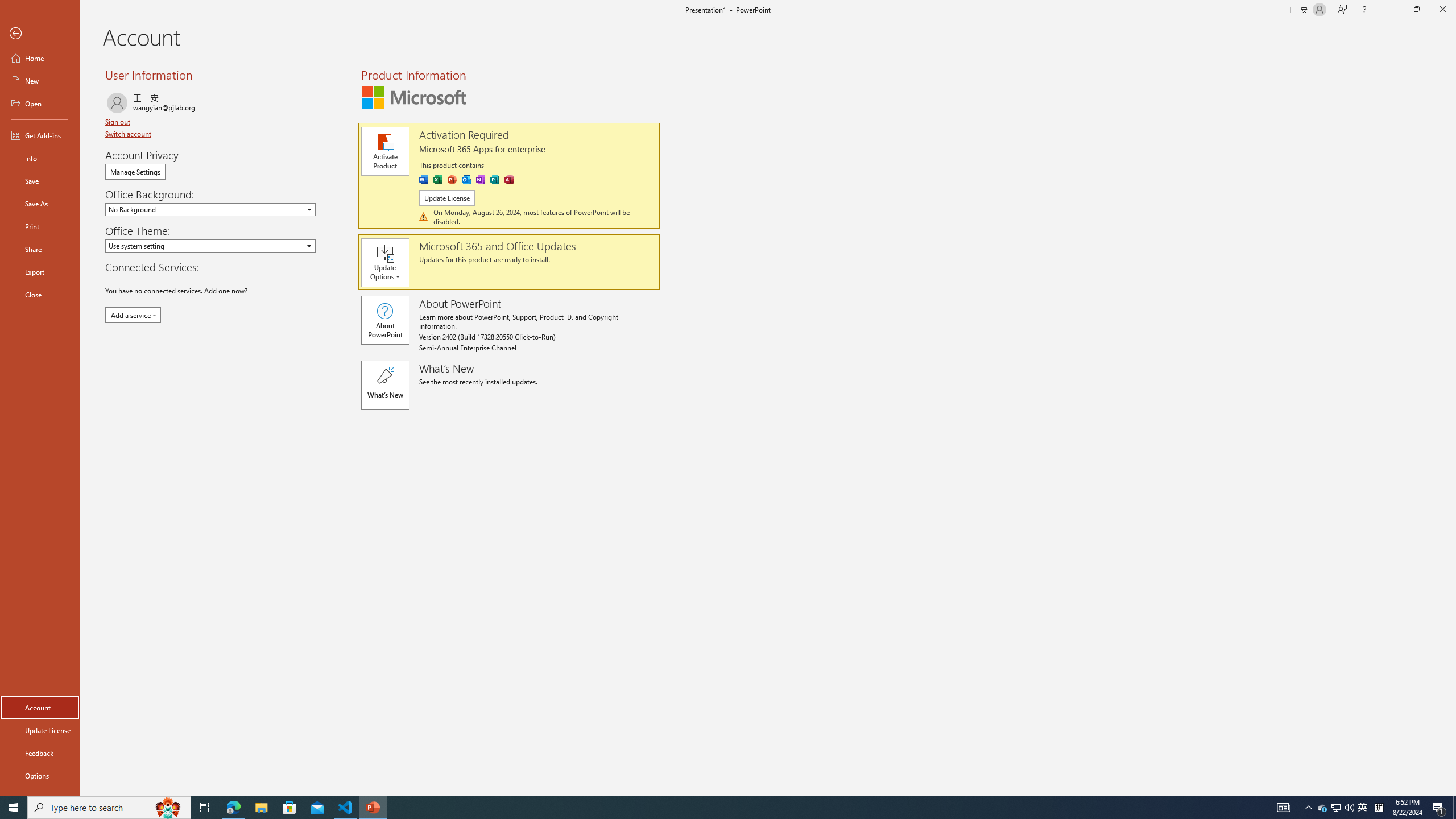 The image size is (1456, 819). Describe the element at coordinates (39, 272) in the screenshot. I see `'Export'` at that location.